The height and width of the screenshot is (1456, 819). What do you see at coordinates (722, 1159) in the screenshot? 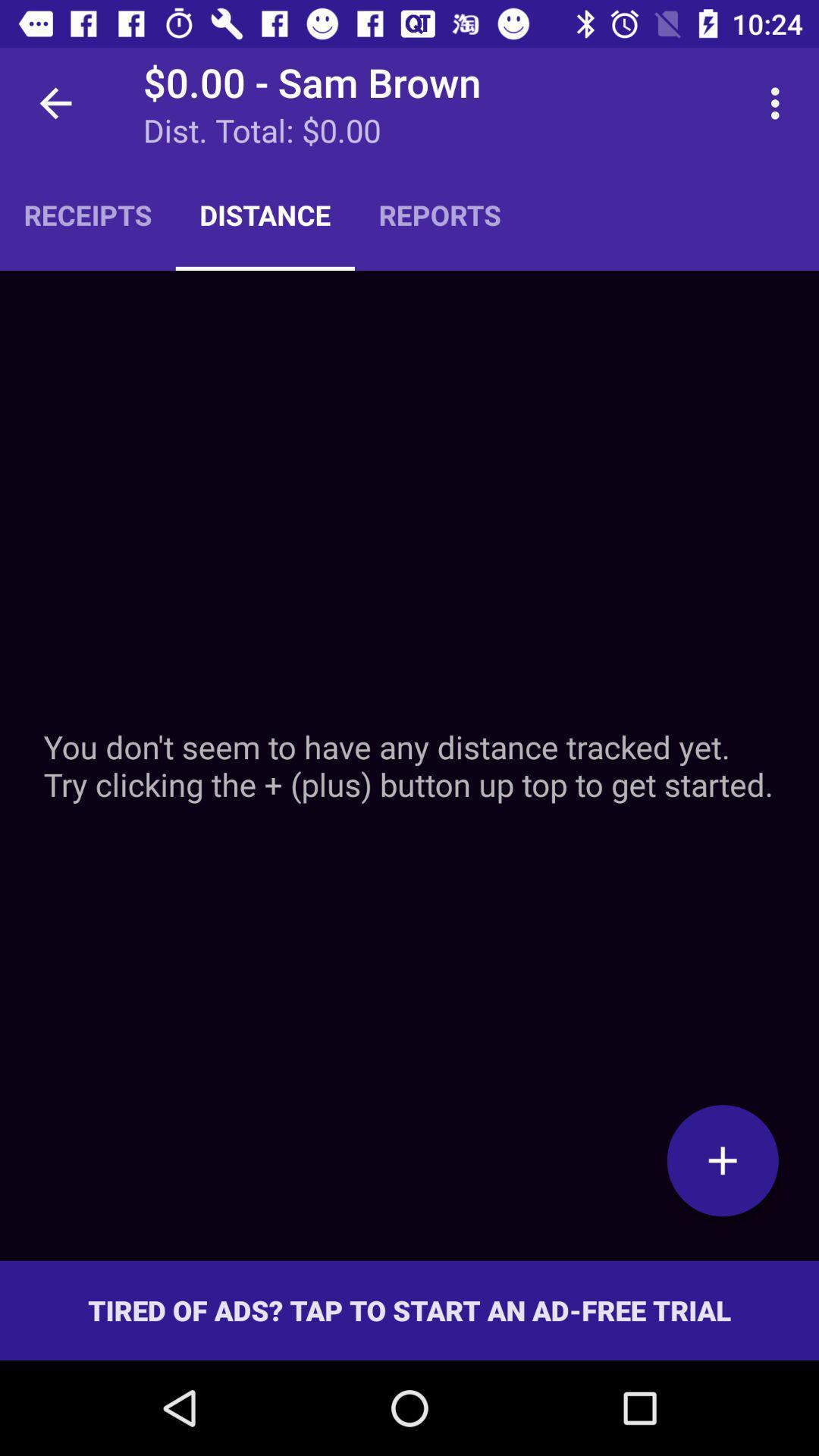
I see `distance` at bounding box center [722, 1159].